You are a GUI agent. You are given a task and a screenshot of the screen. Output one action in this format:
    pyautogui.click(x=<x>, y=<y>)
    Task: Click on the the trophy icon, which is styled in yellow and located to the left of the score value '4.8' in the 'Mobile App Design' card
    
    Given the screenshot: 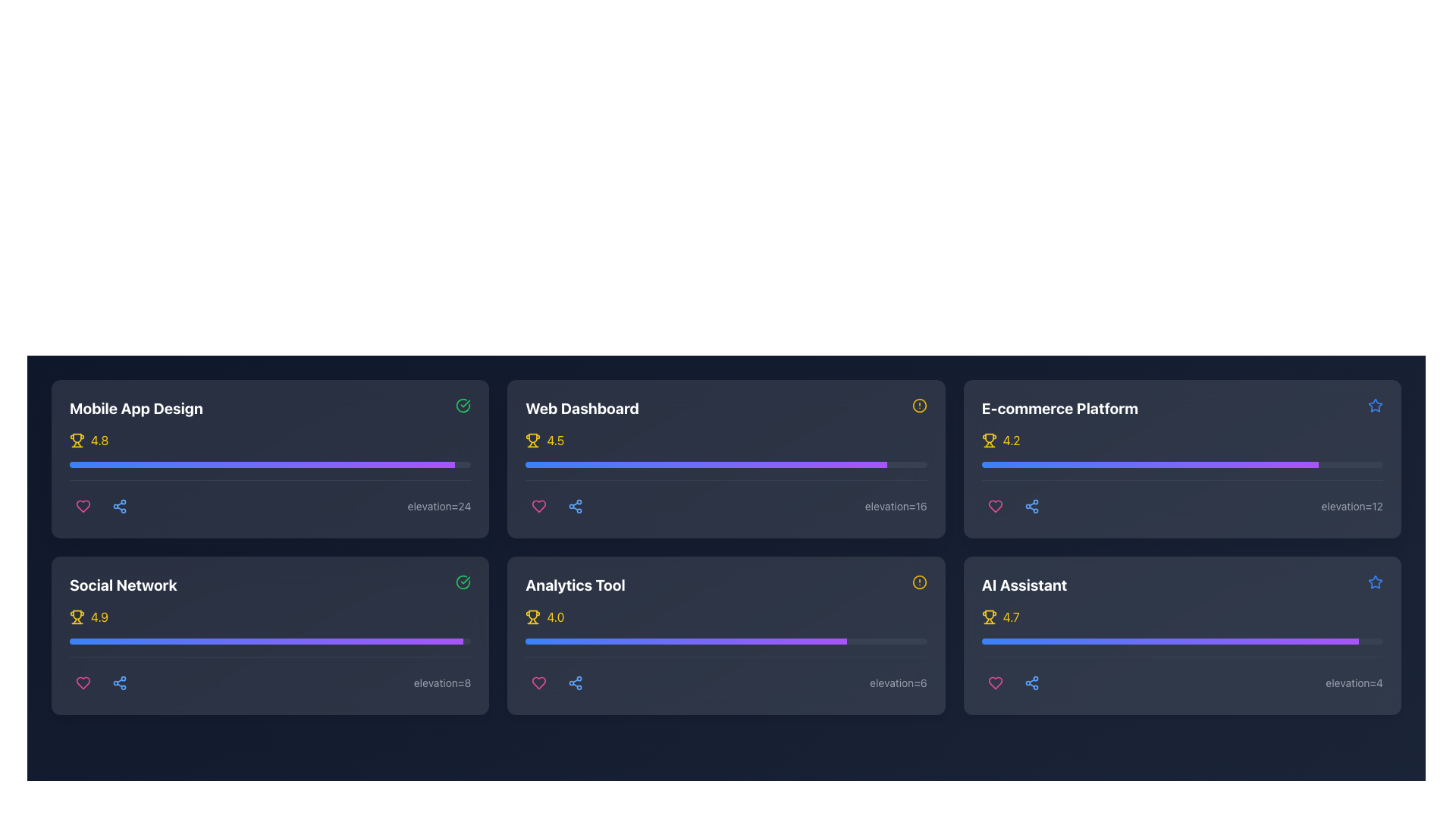 What is the action you would take?
    pyautogui.click(x=76, y=441)
    